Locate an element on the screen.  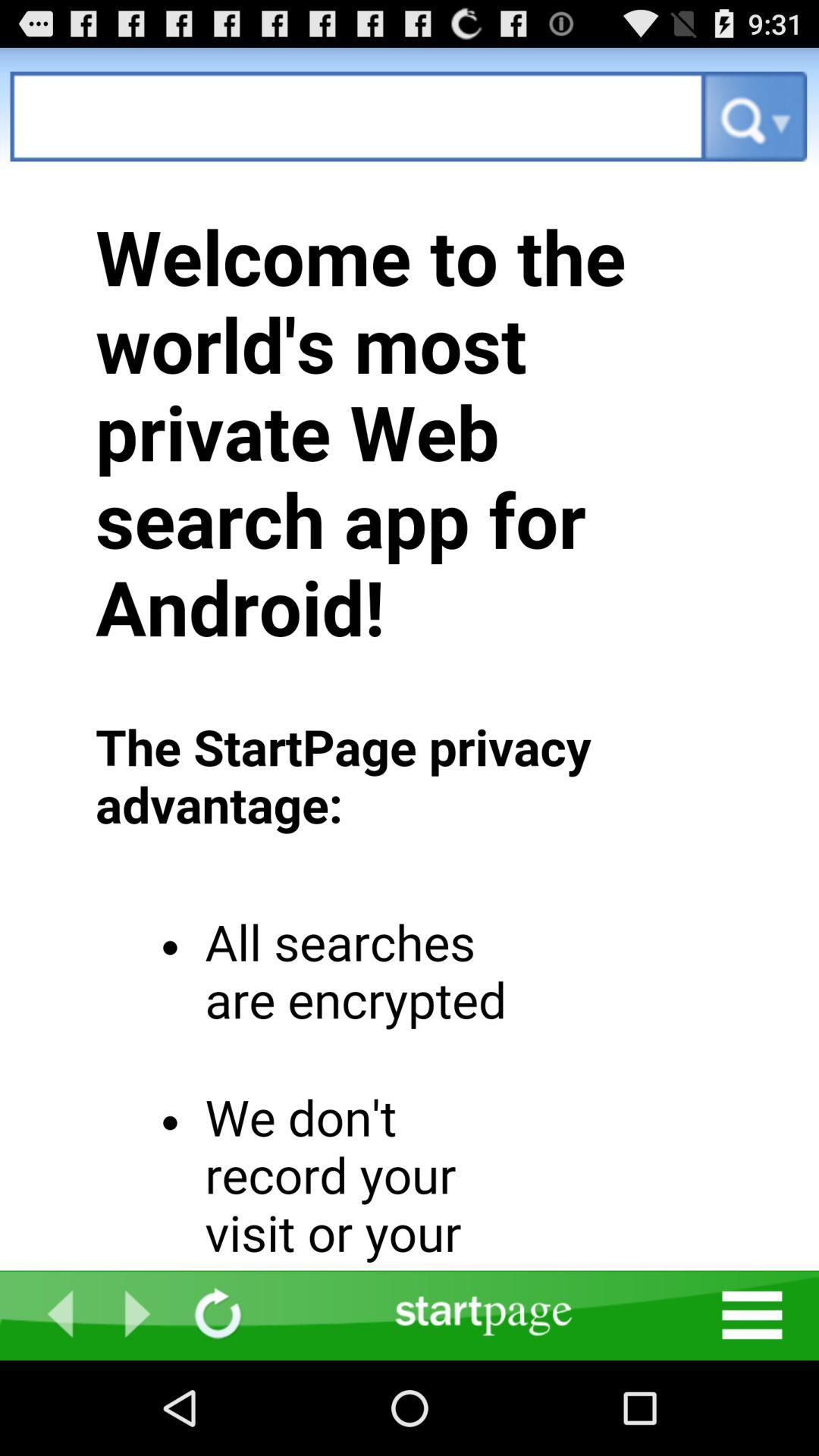
search is located at coordinates (357, 115).